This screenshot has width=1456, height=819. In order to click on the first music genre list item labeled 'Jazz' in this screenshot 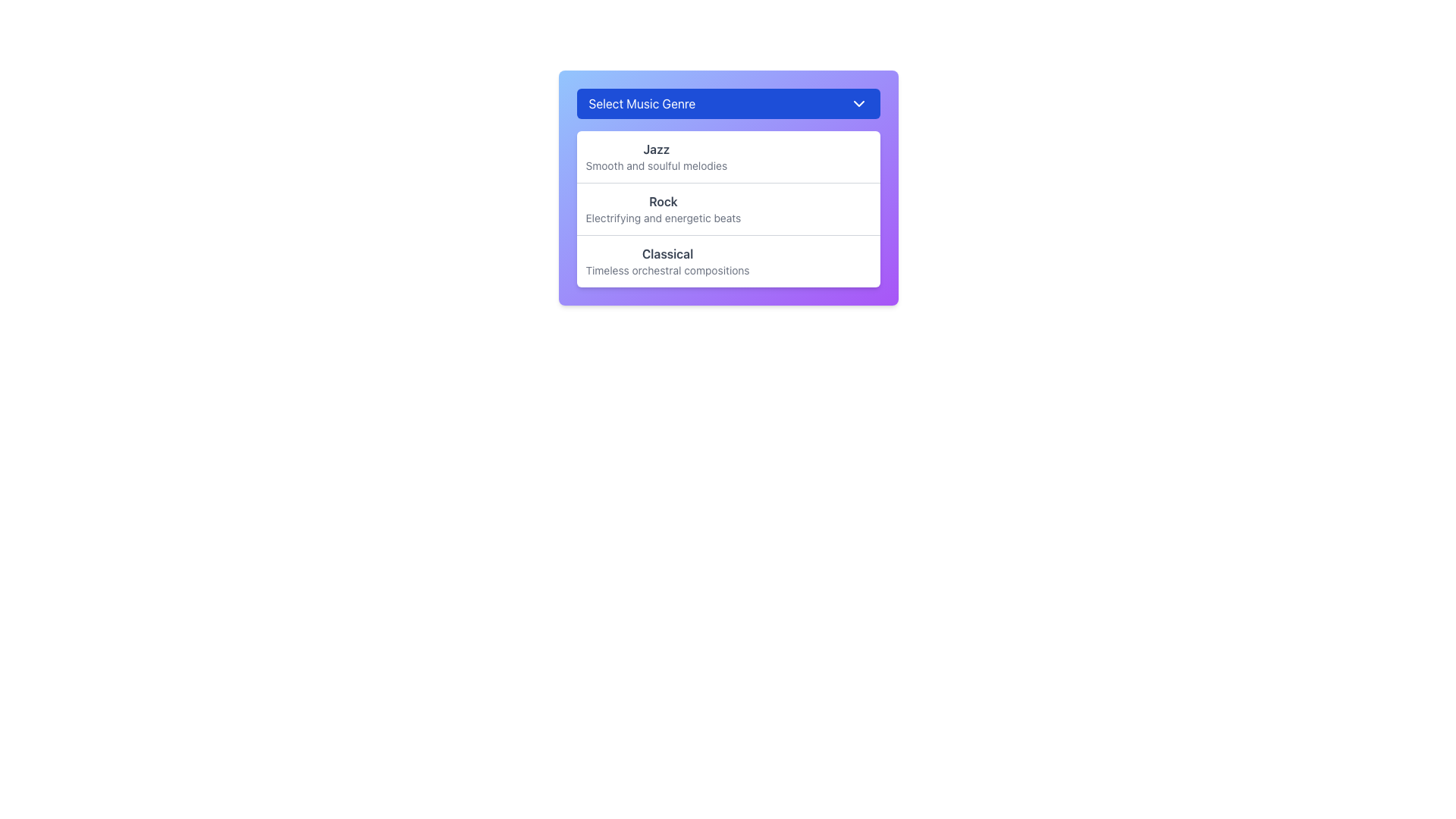, I will do `click(728, 157)`.